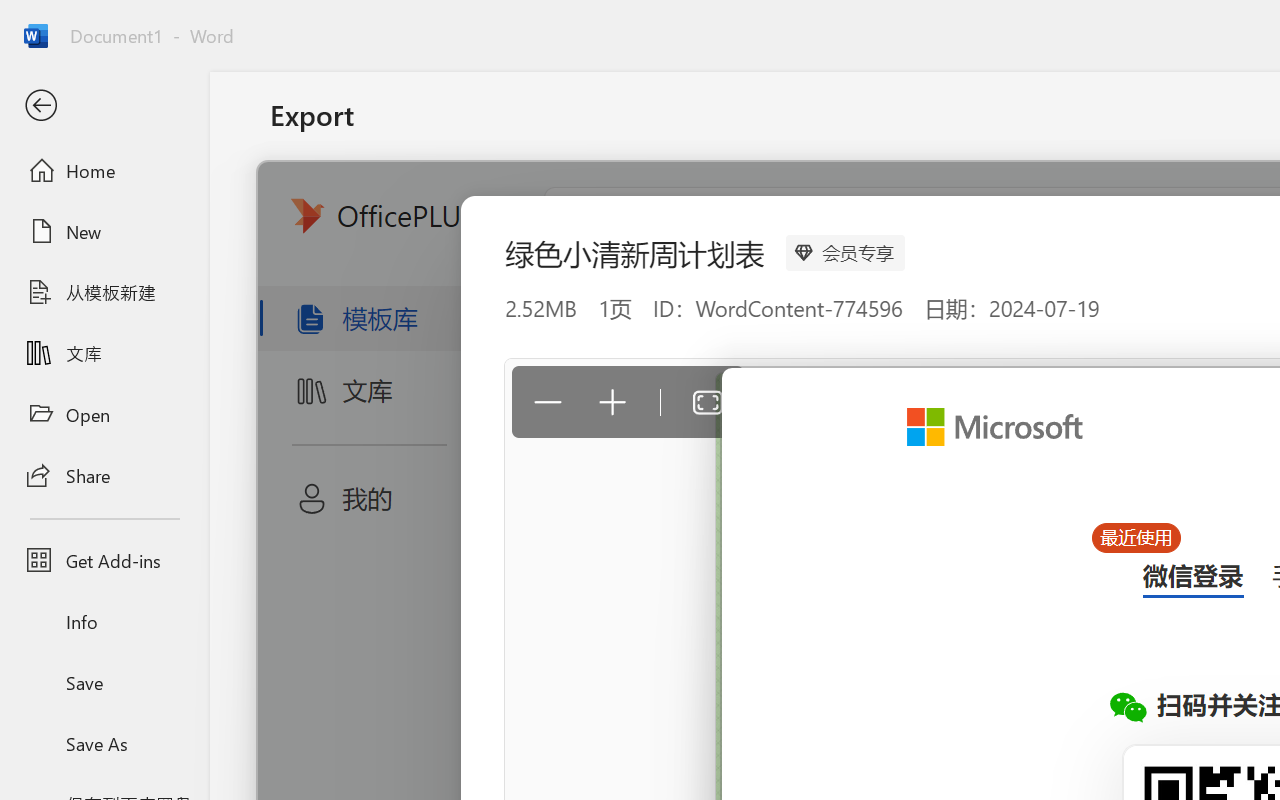 The width and height of the screenshot is (1280, 800). What do you see at coordinates (103, 743) in the screenshot?
I see `'Save As'` at bounding box center [103, 743].